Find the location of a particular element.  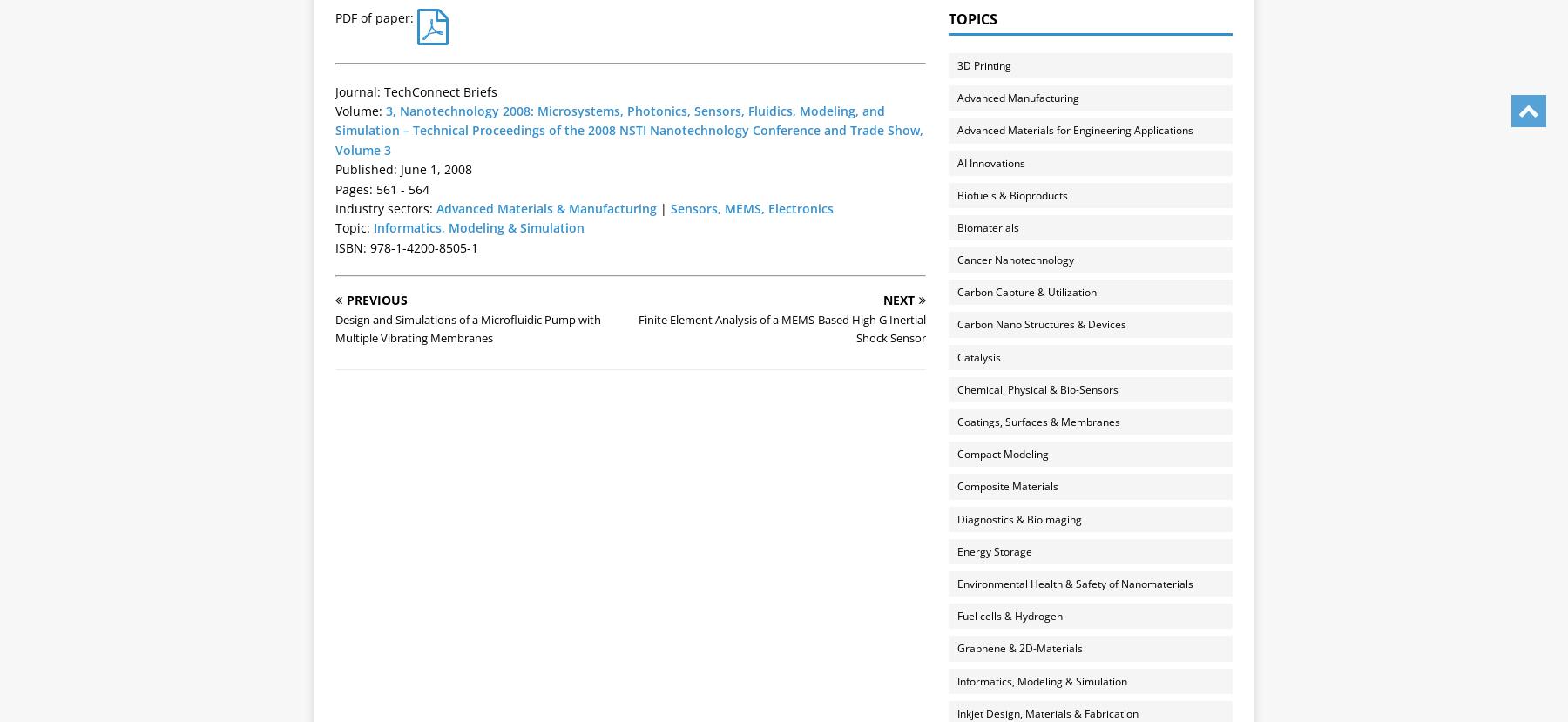

'Industry sectors:' is located at coordinates (385, 207).